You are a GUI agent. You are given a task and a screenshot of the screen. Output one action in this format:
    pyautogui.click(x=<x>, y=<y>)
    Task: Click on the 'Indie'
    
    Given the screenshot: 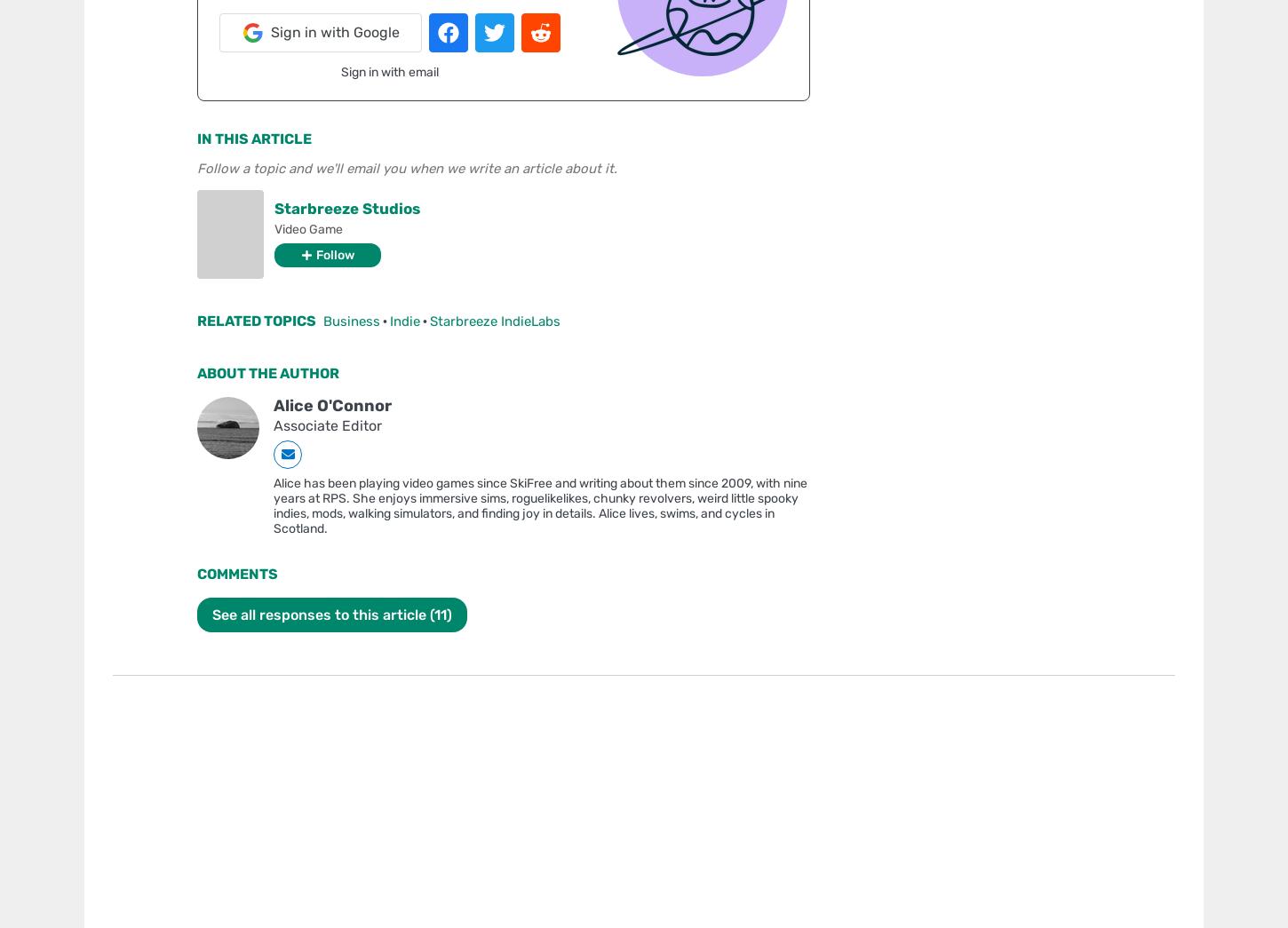 What is the action you would take?
    pyautogui.click(x=404, y=320)
    